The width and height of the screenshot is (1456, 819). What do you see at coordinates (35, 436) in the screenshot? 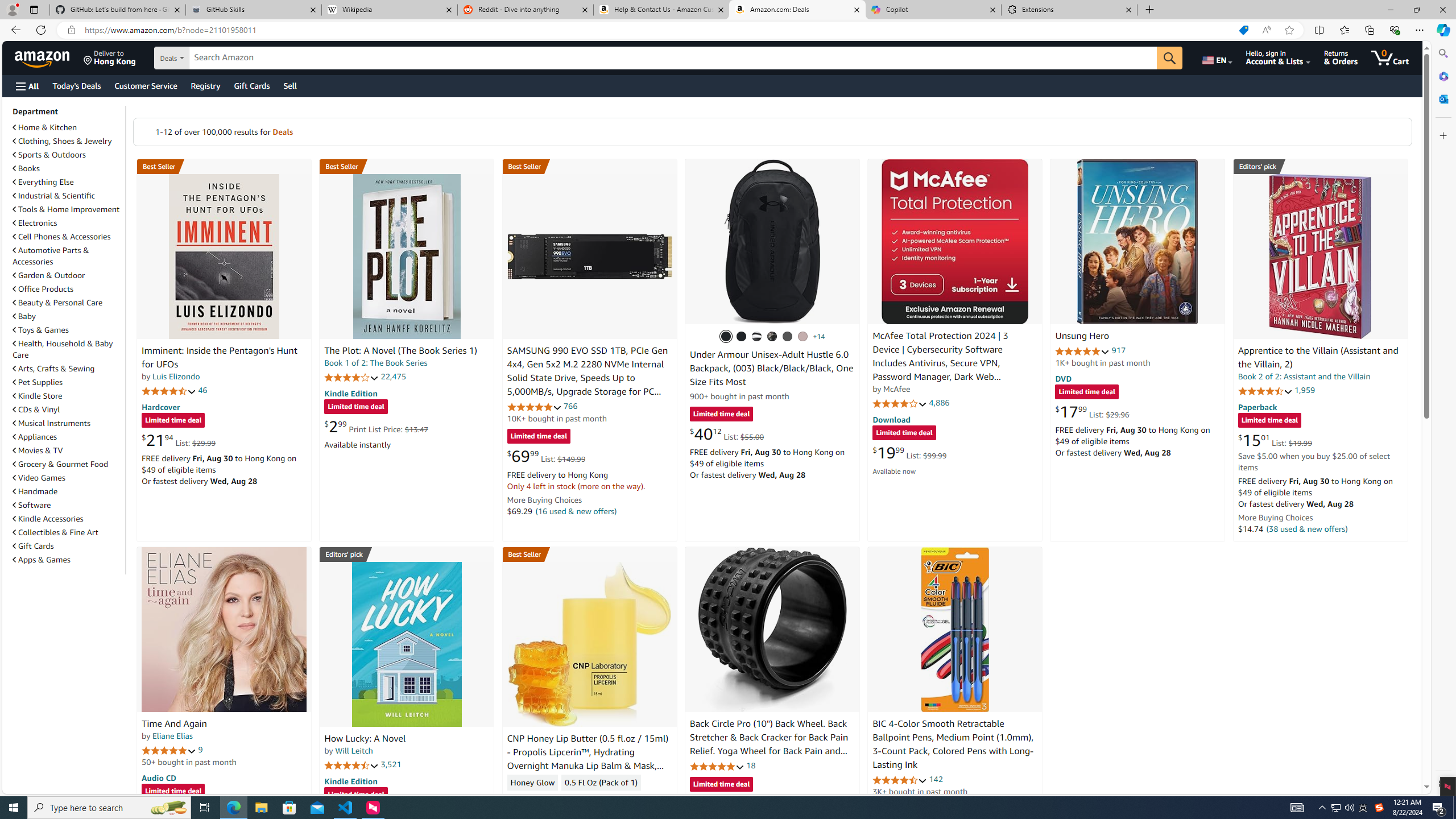
I see `'Appliances'` at bounding box center [35, 436].